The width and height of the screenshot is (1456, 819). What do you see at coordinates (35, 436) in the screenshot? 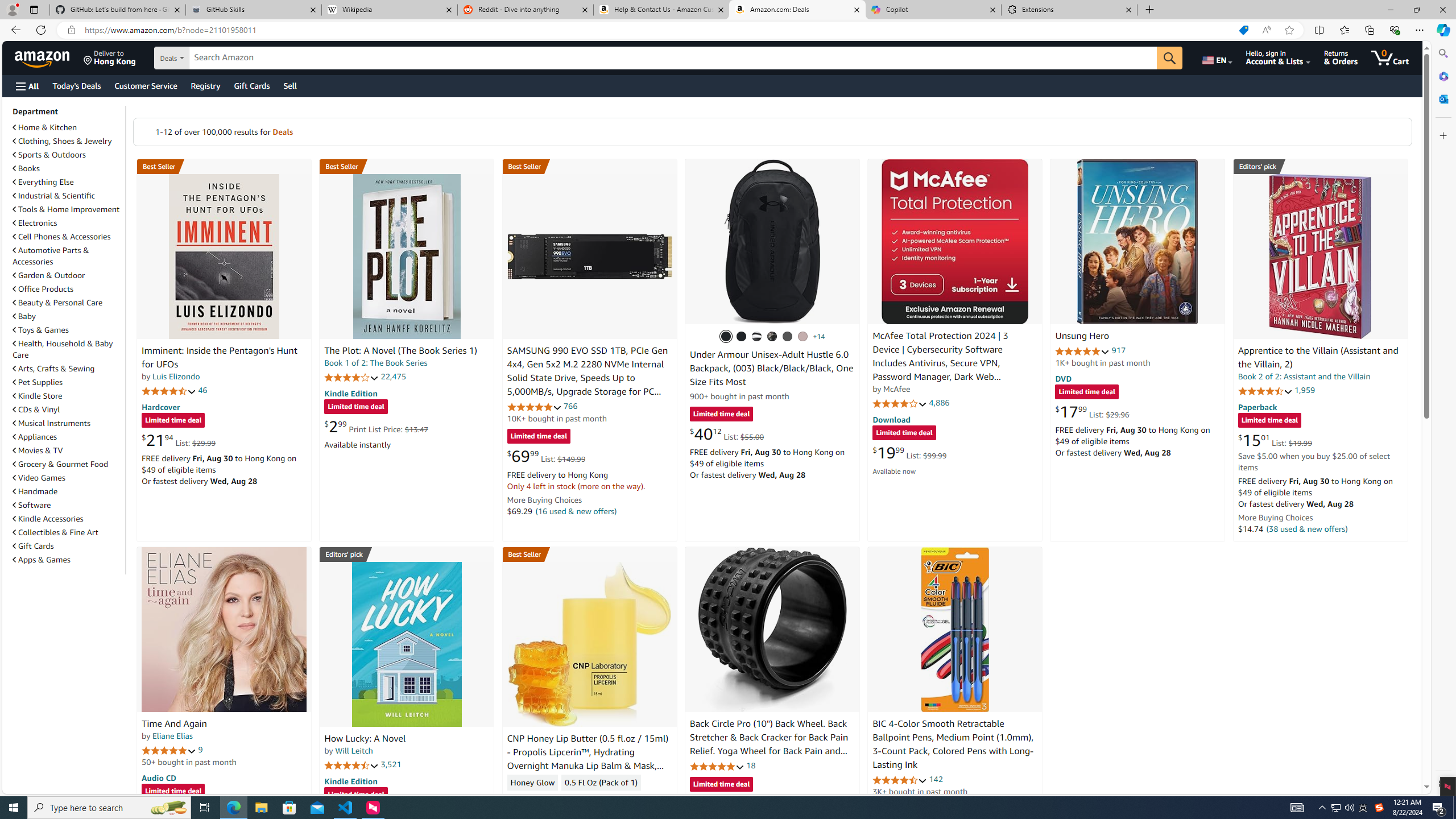
I see `'Appliances'` at bounding box center [35, 436].